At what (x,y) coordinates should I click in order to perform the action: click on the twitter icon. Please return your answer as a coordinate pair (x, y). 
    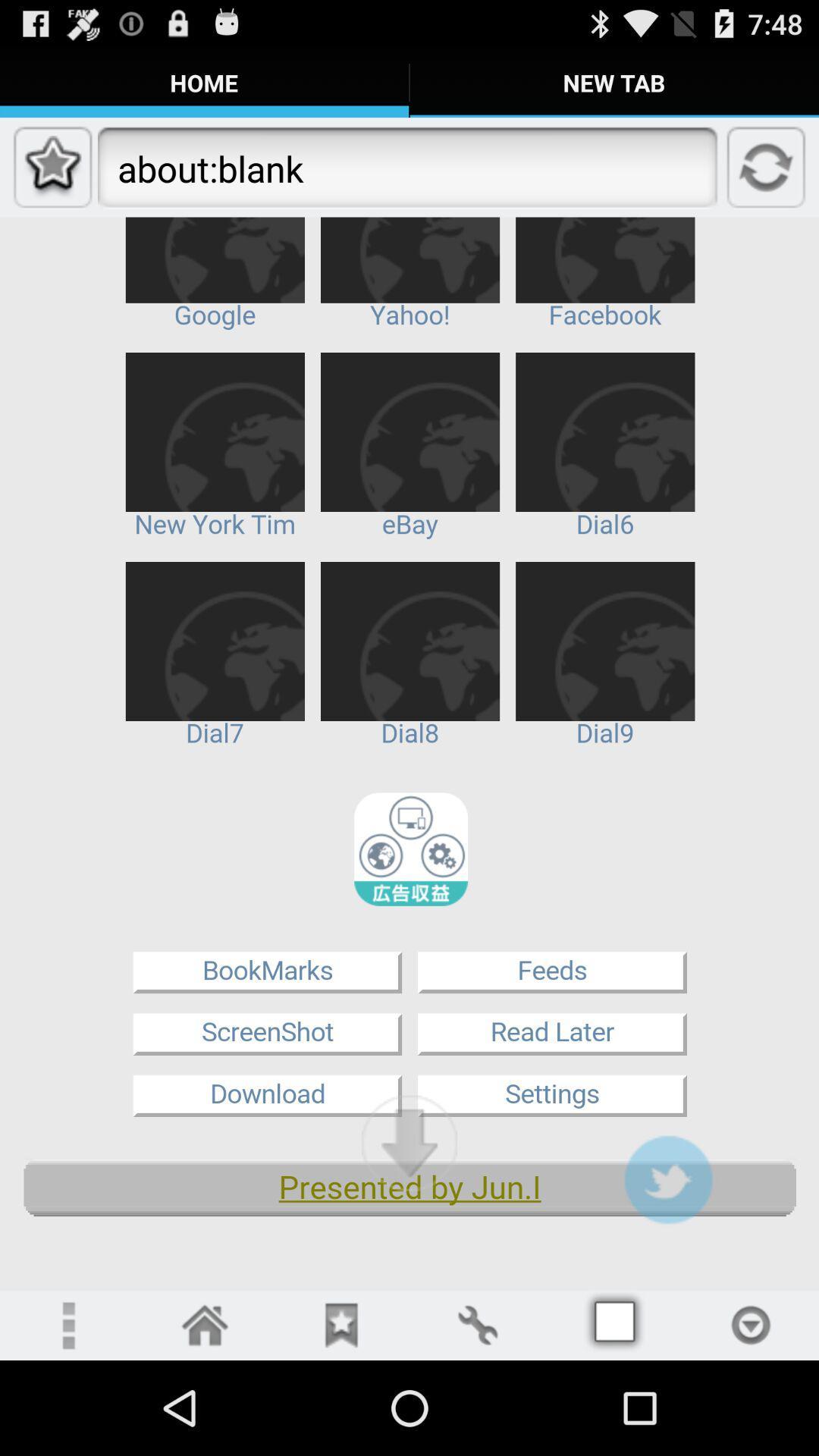
    Looking at the image, I should click on (667, 1263).